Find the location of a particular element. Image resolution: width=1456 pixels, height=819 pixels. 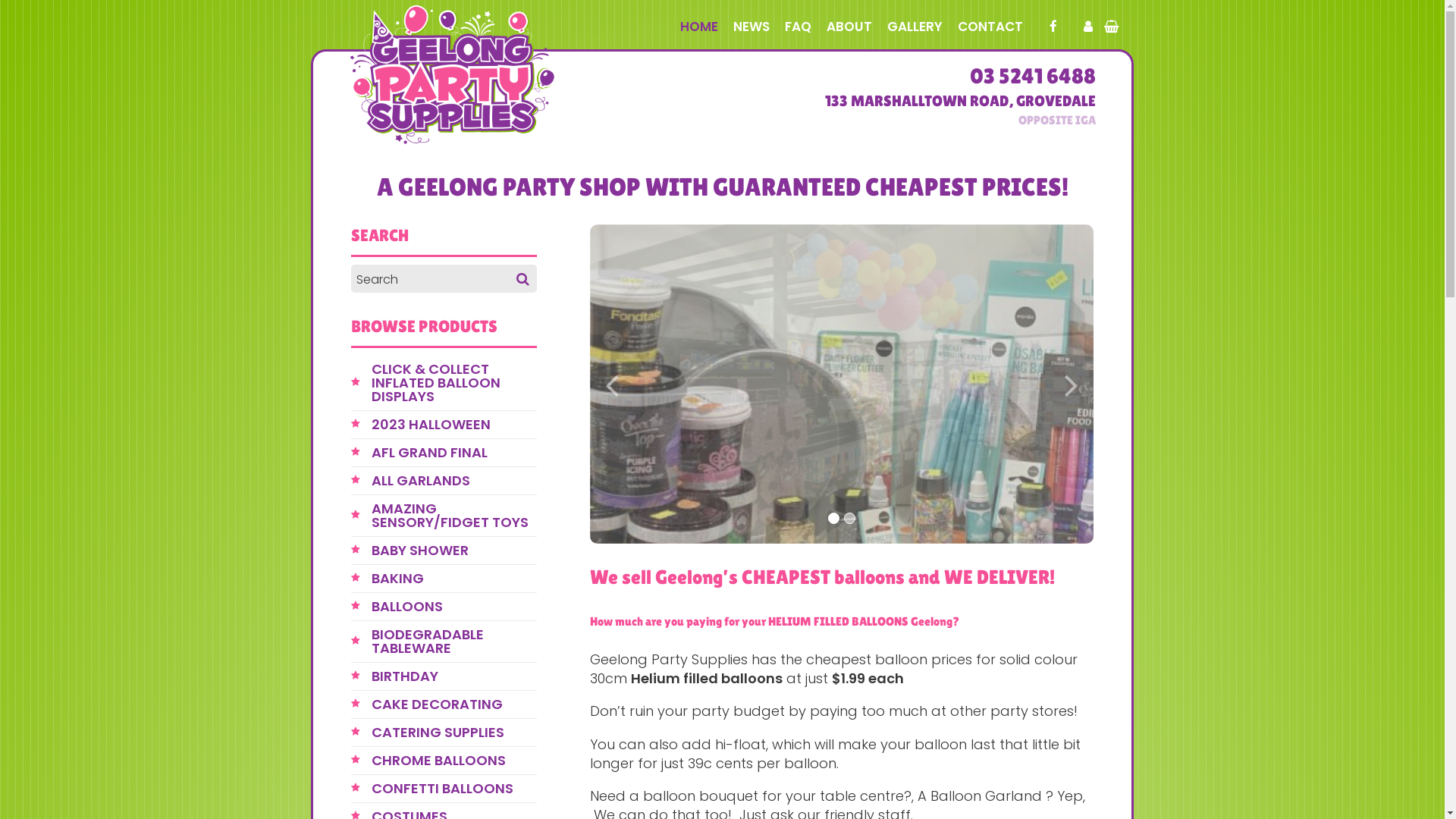

'BAKING' is located at coordinates (453, 579).